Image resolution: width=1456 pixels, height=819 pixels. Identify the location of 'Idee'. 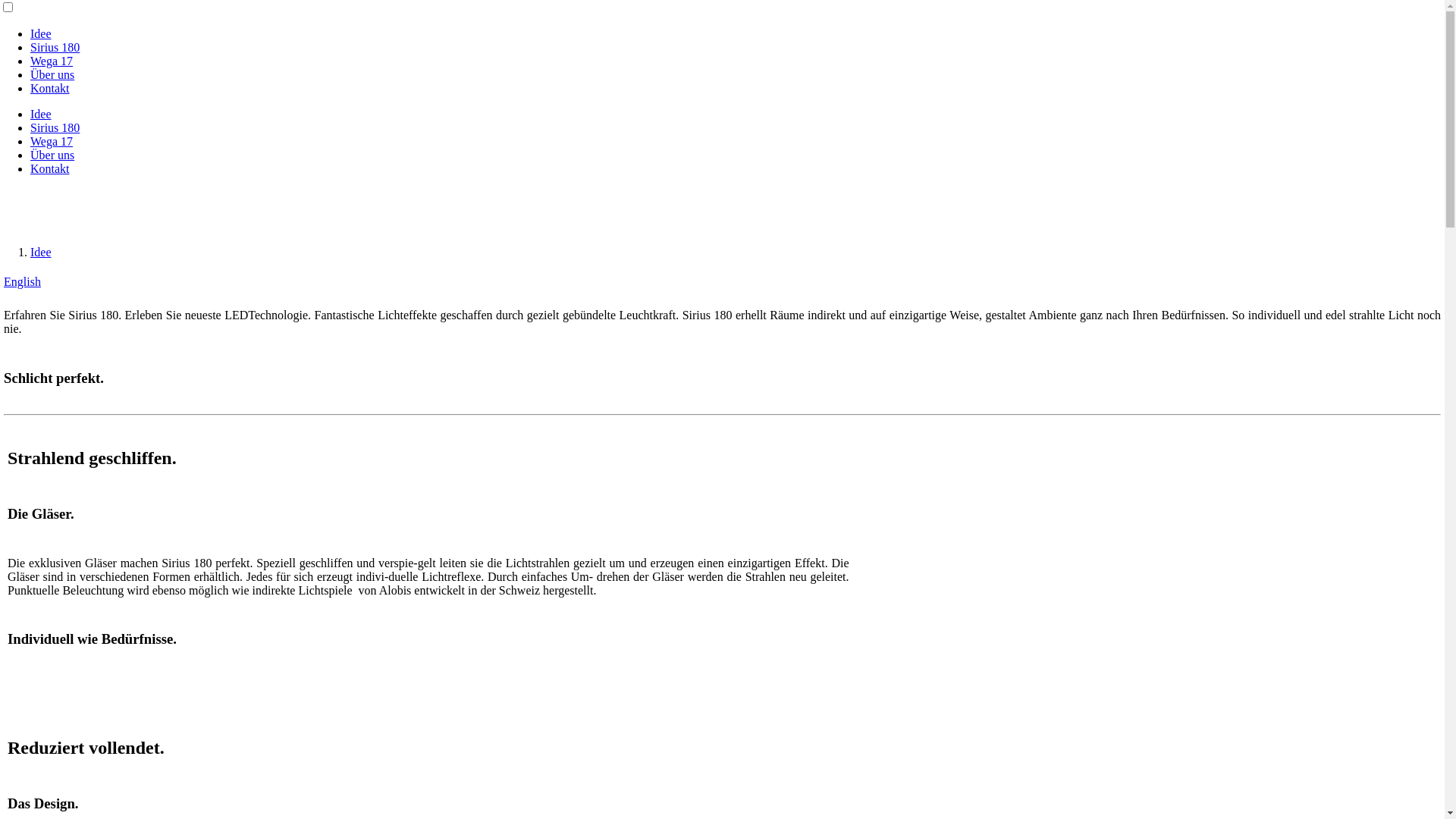
(40, 113).